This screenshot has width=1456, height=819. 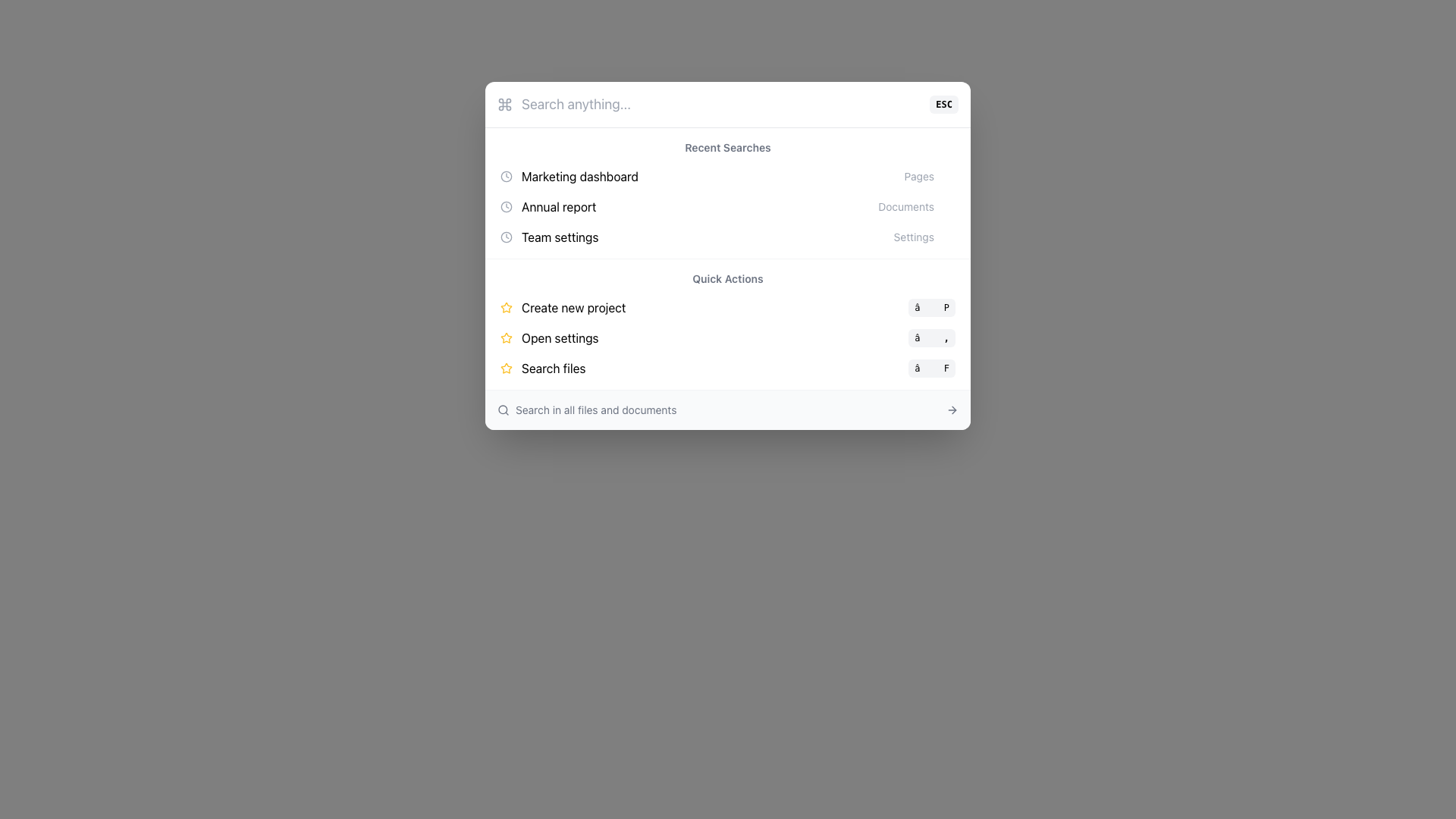 I want to click on the magnifying glass icon located at the bottom-left corner of the interactive popup panel, next to the text 'Search in all files and documents.', so click(x=503, y=409).